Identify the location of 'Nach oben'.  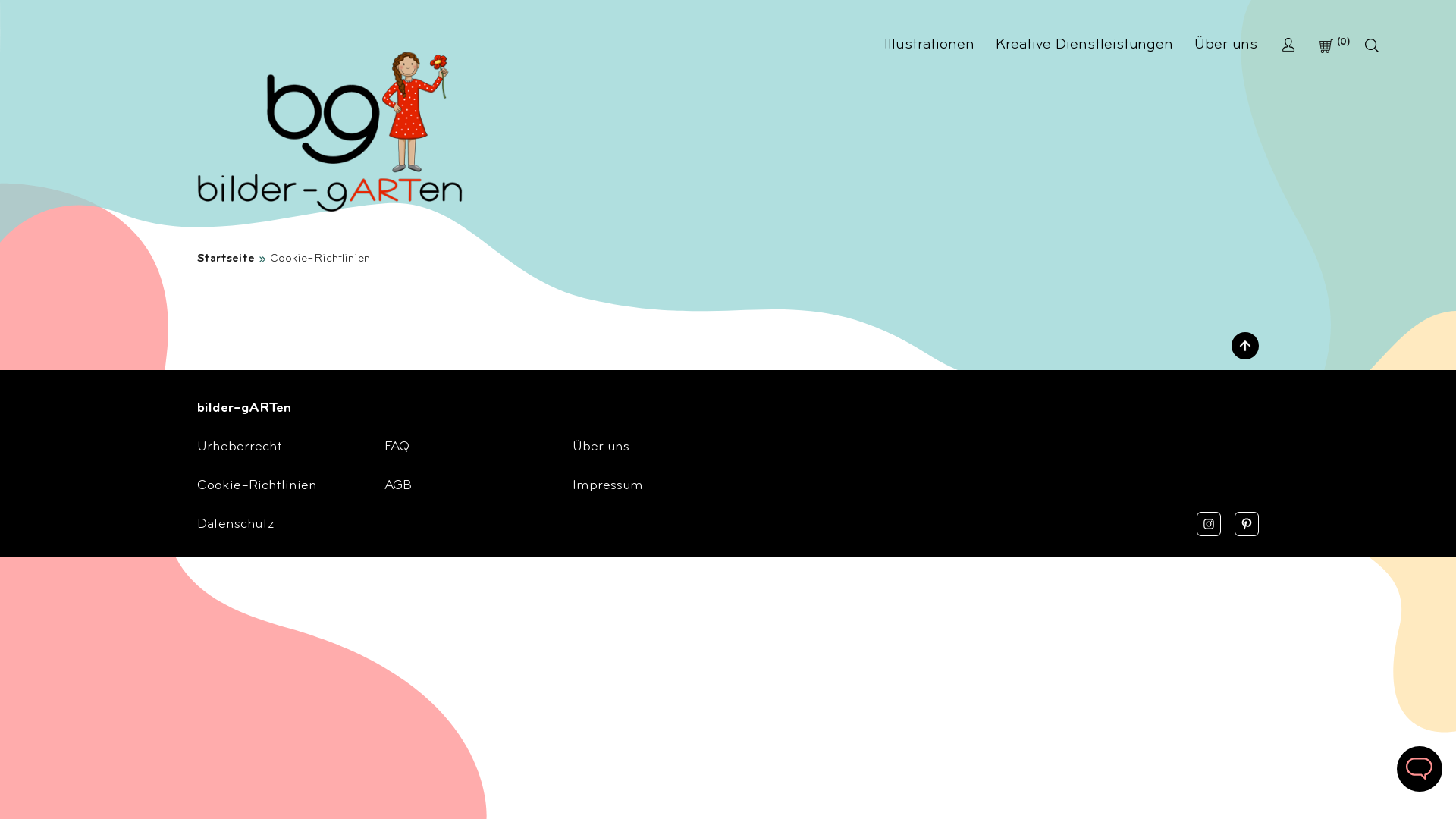
(1244, 345).